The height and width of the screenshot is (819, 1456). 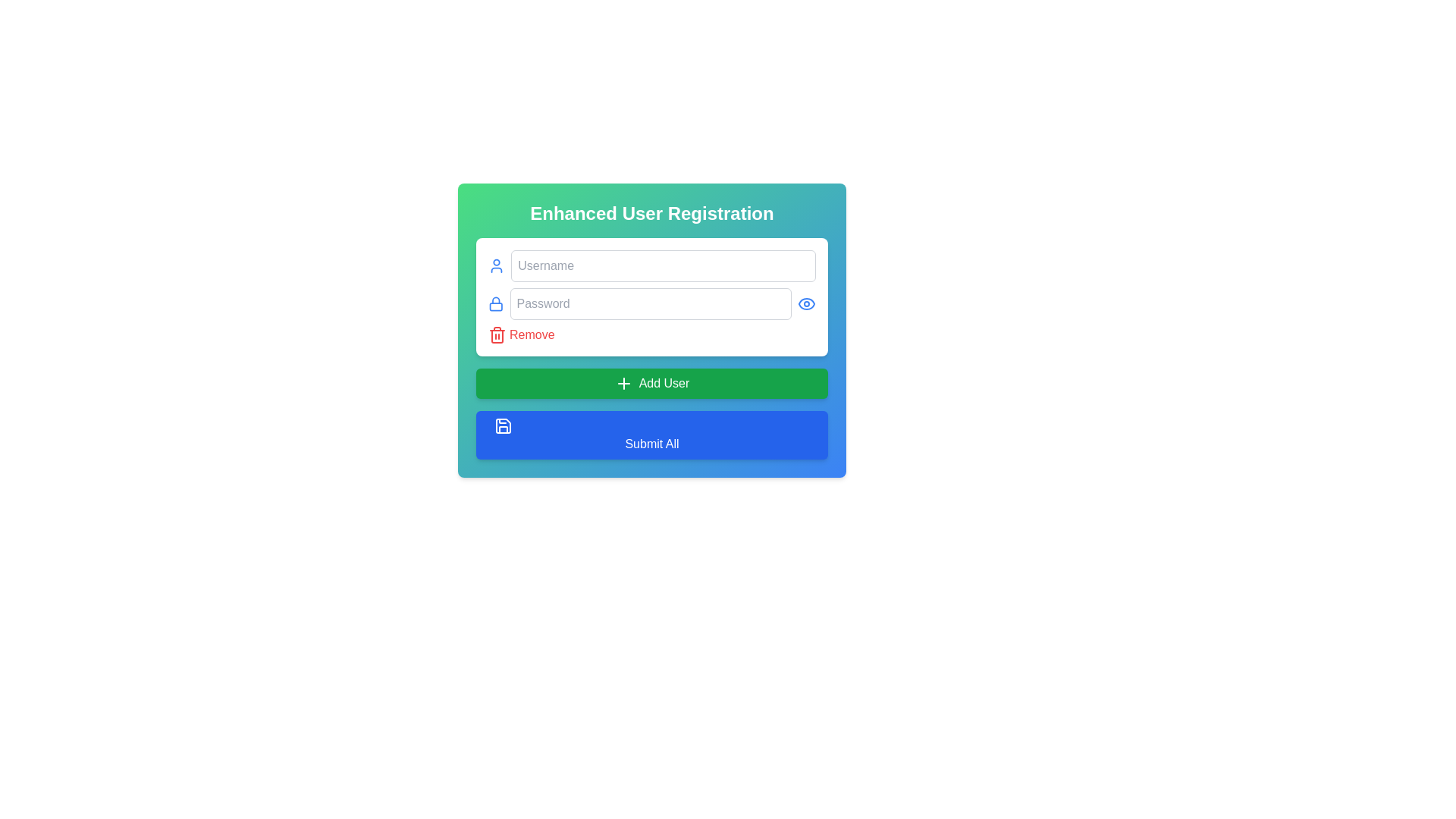 What do you see at coordinates (623, 382) in the screenshot?
I see `keyboard navigation` at bounding box center [623, 382].